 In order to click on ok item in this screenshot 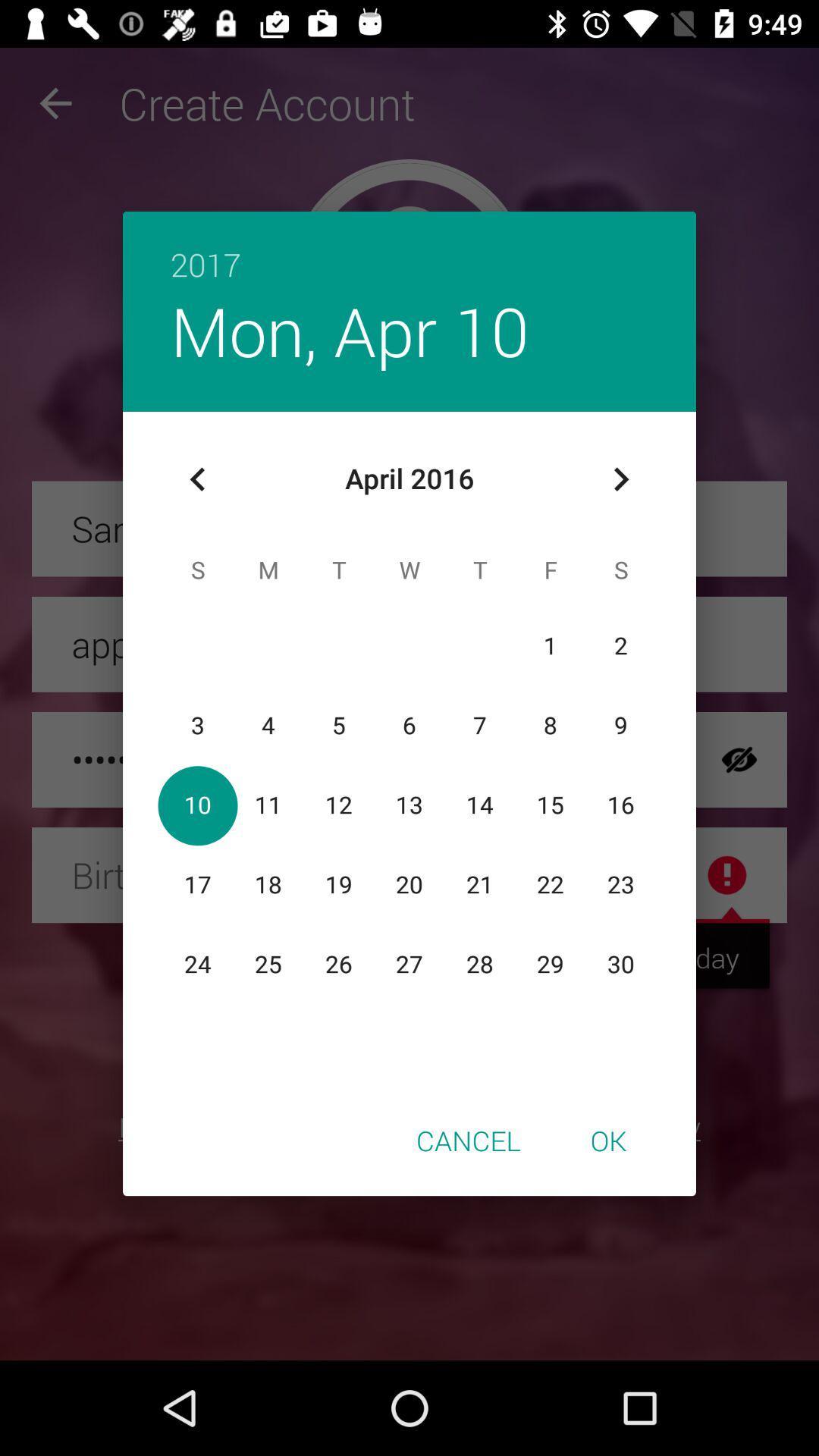, I will do `click(607, 1140)`.